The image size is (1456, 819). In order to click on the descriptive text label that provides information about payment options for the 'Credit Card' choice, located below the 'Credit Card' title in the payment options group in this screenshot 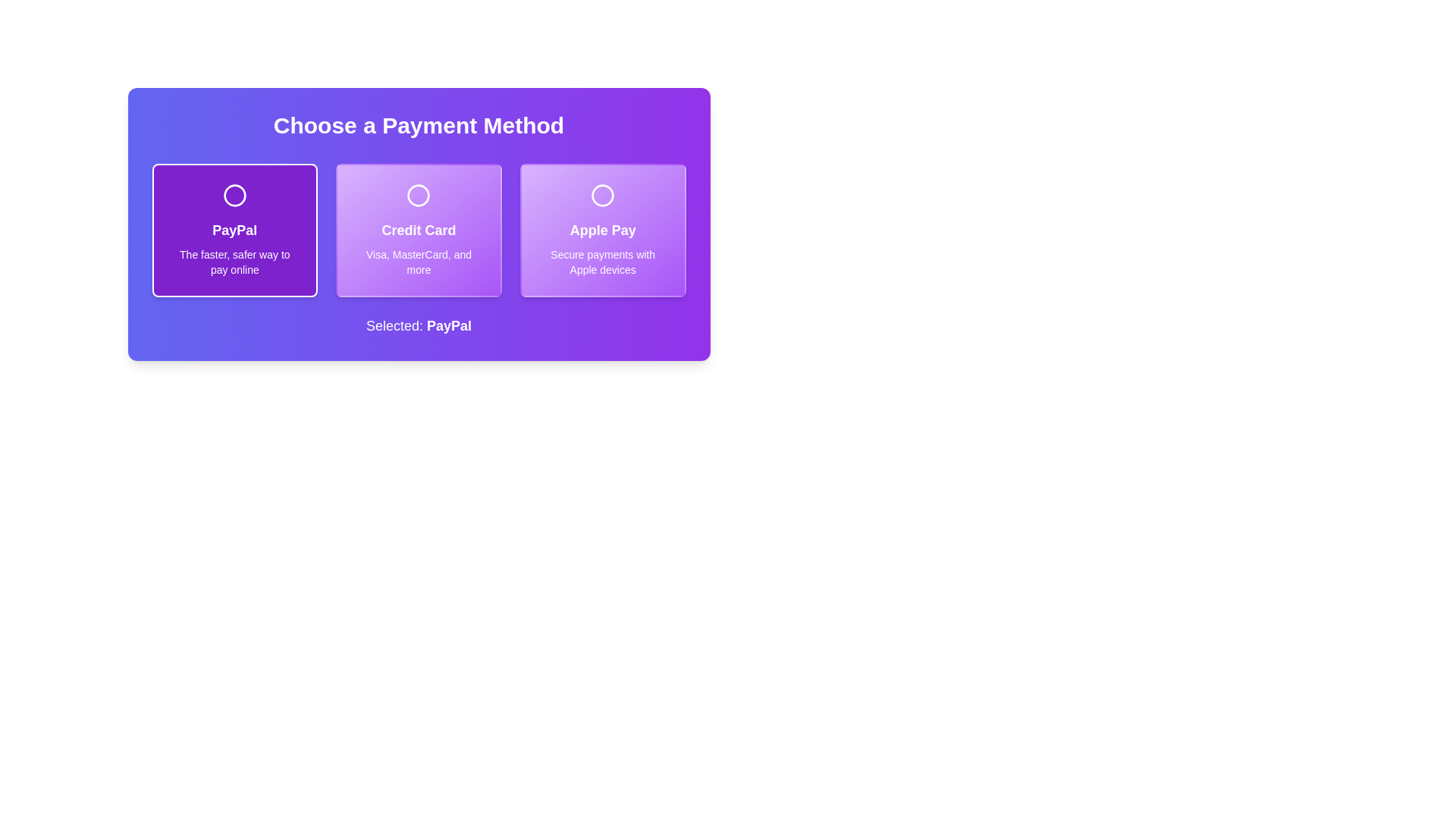, I will do `click(419, 262)`.